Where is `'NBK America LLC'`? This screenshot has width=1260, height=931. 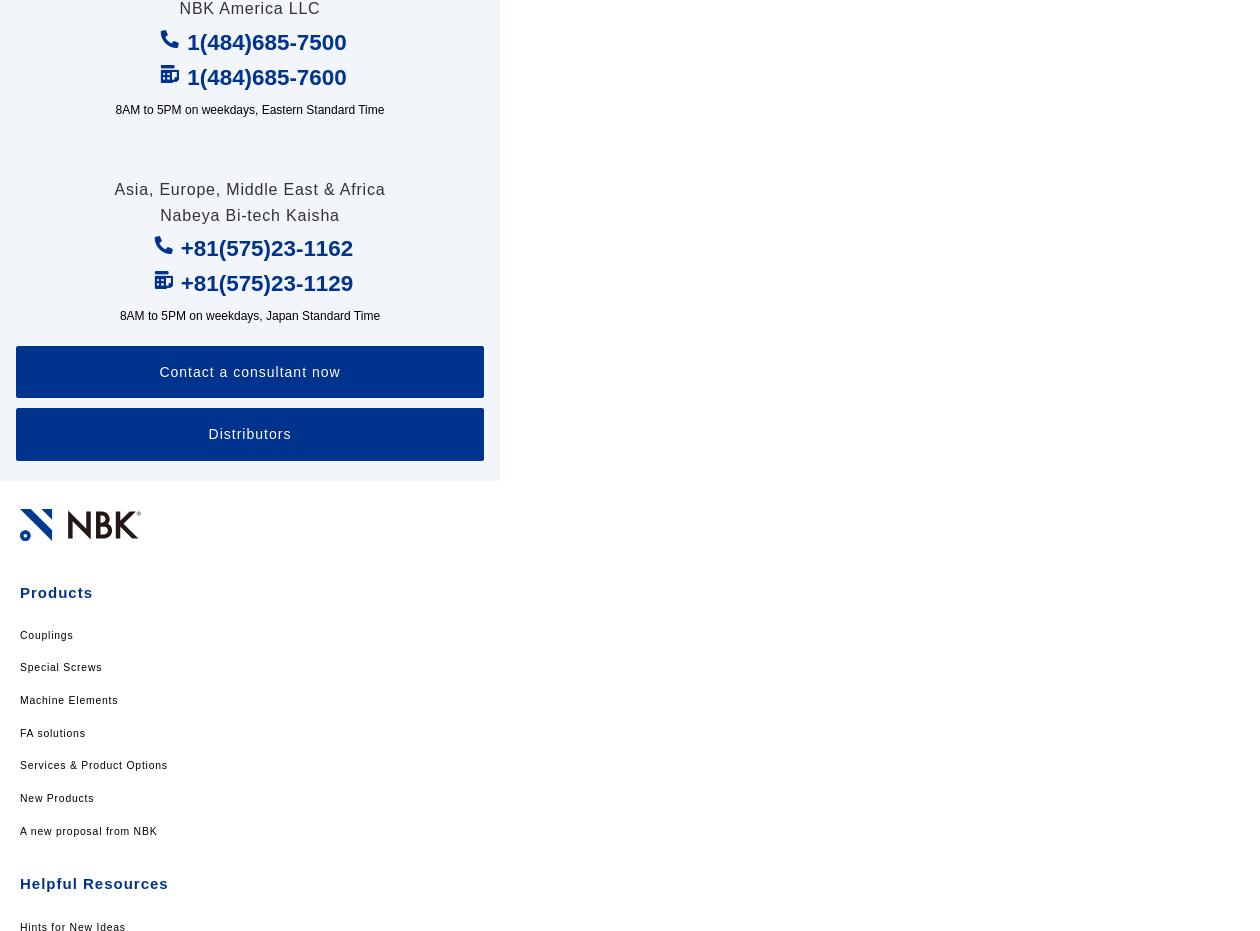
'NBK America LLC' is located at coordinates (249, 7).